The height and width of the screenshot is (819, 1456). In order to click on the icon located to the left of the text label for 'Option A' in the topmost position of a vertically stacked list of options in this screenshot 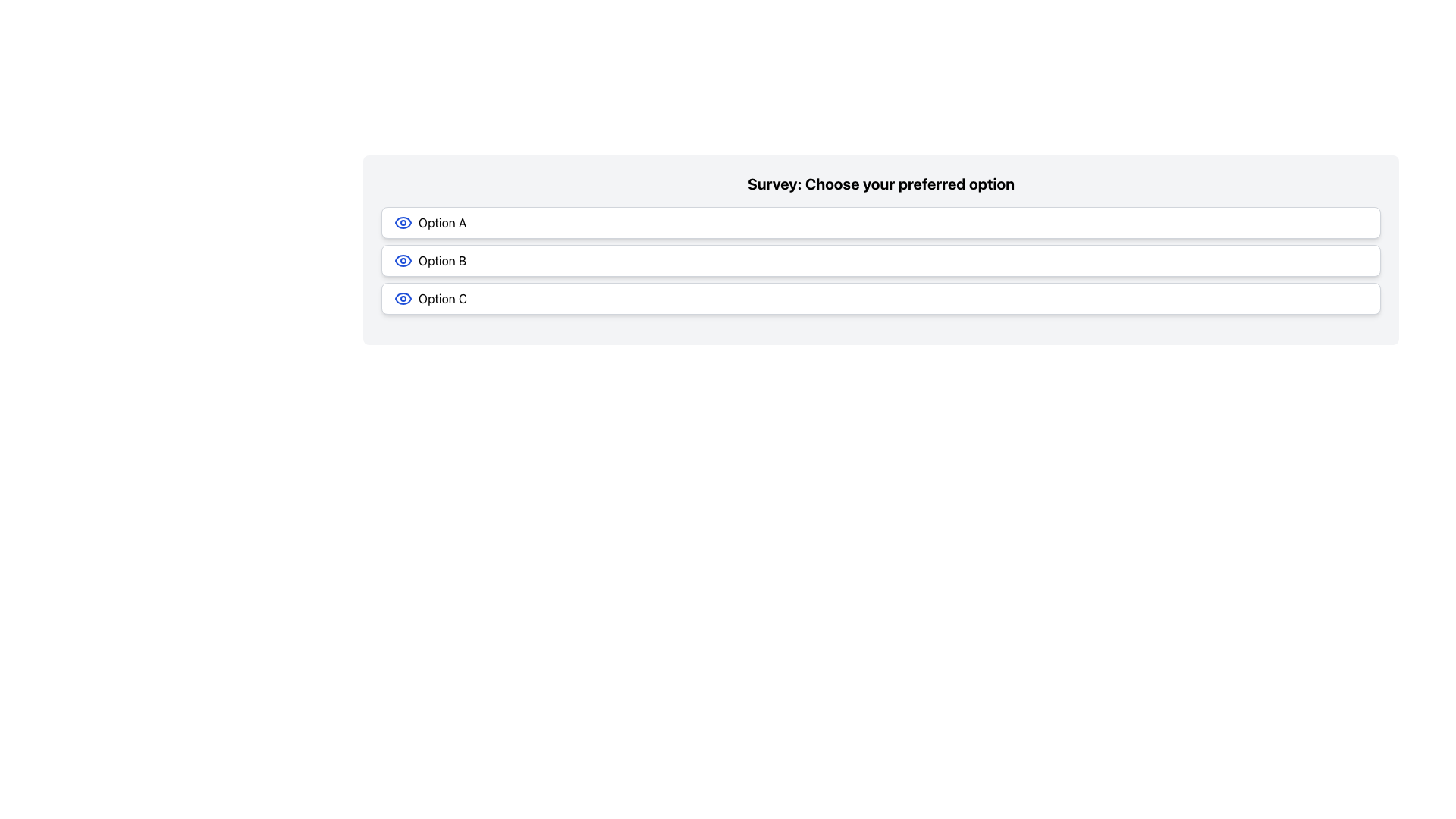, I will do `click(403, 222)`.